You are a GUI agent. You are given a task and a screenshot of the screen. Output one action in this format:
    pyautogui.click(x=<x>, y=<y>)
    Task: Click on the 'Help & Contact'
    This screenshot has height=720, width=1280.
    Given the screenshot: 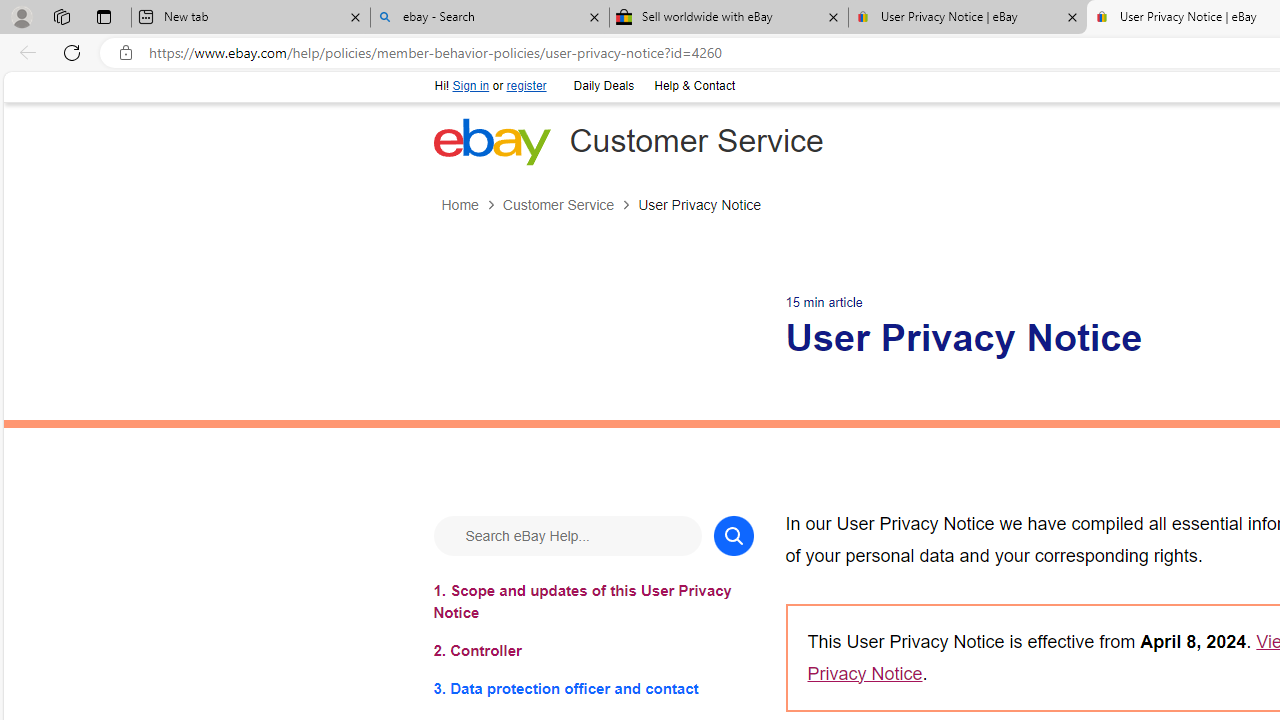 What is the action you would take?
    pyautogui.click(x=694, y=86)
    